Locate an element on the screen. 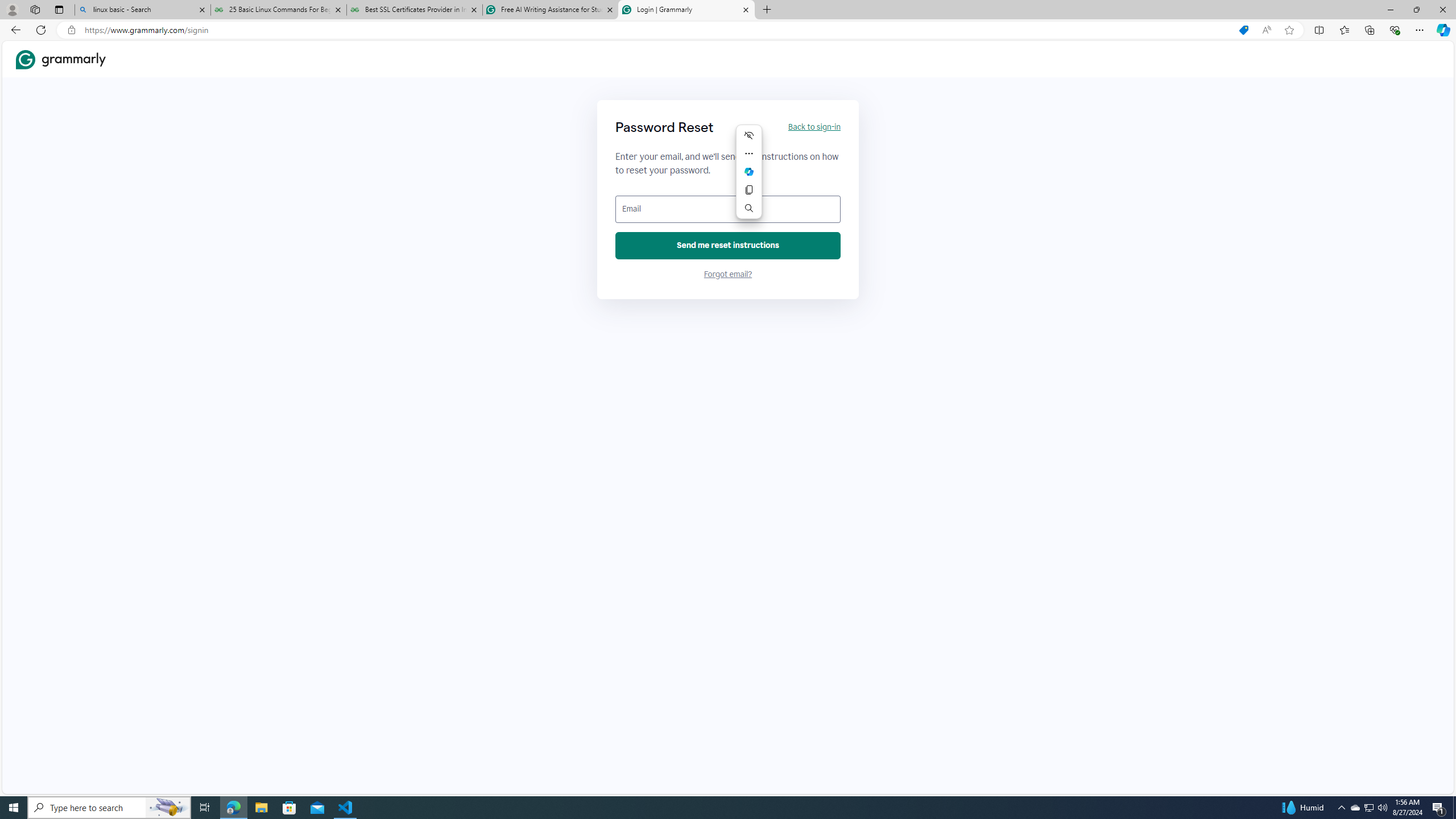  'Login | Grammarly' is located at coordinates (685, 9).